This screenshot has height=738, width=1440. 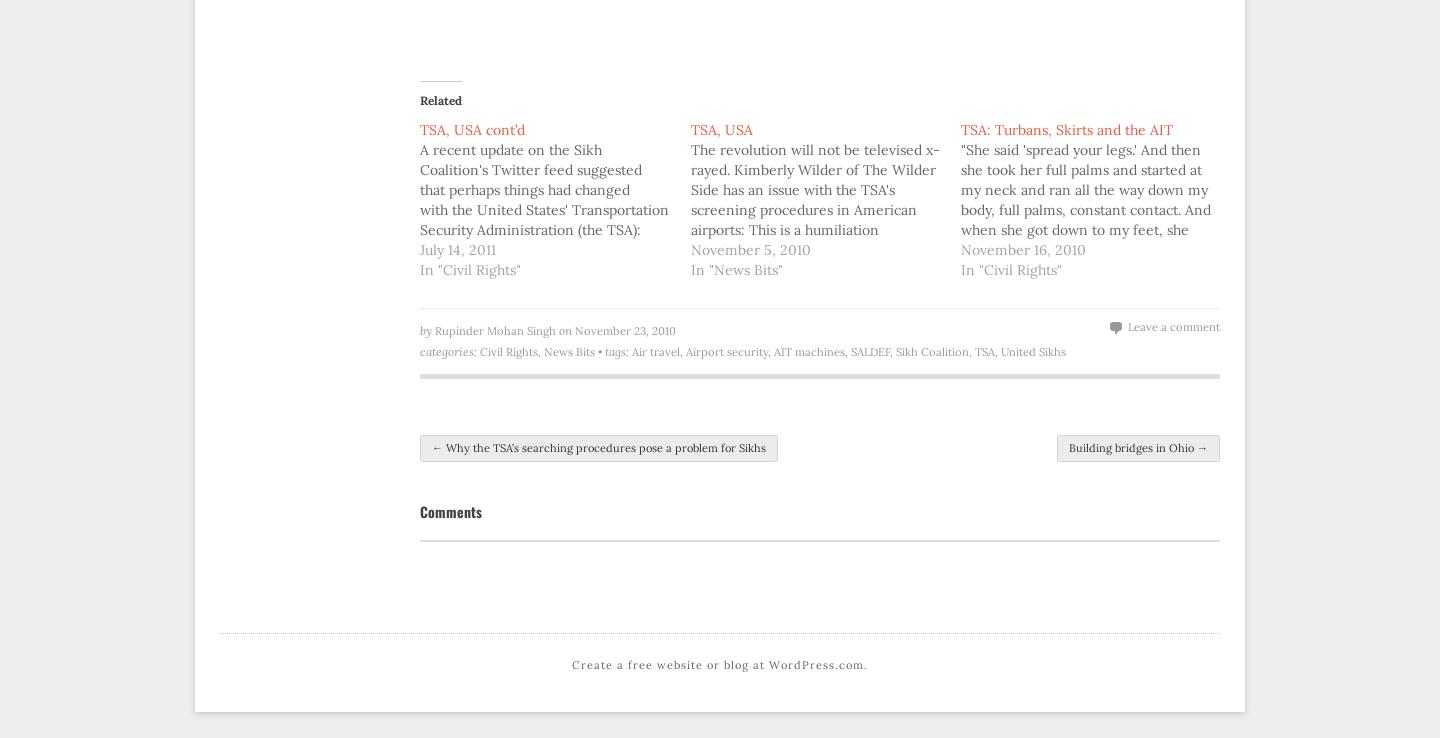 What do you see at coordinates (442, 446) in the screenshot?
I see `'Why the TSA’s searching procedures pose a problem for Sikhs'` at bounding box center [442, 446].